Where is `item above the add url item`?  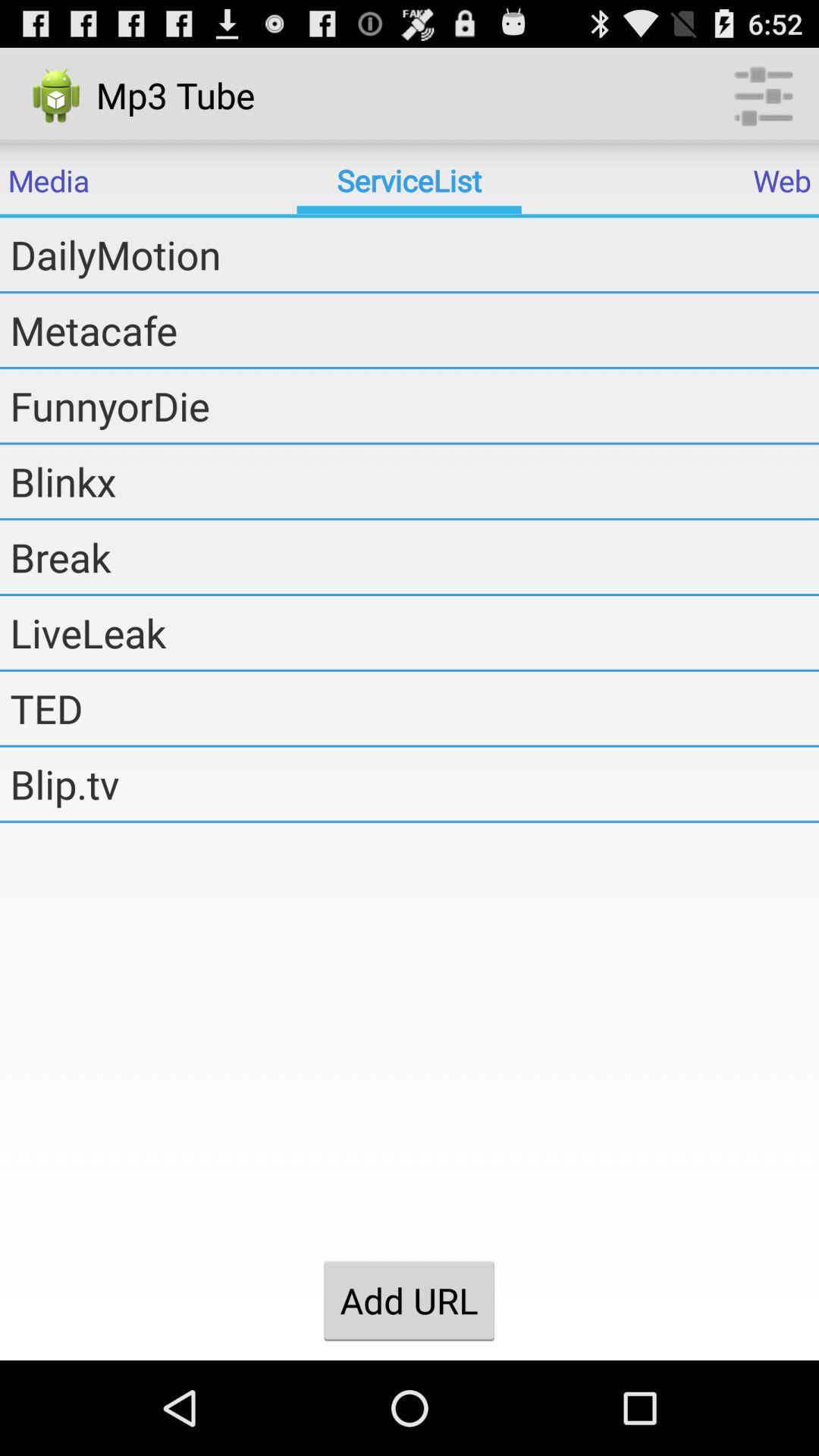
item above the add url item is located at coordinates (414, 783).